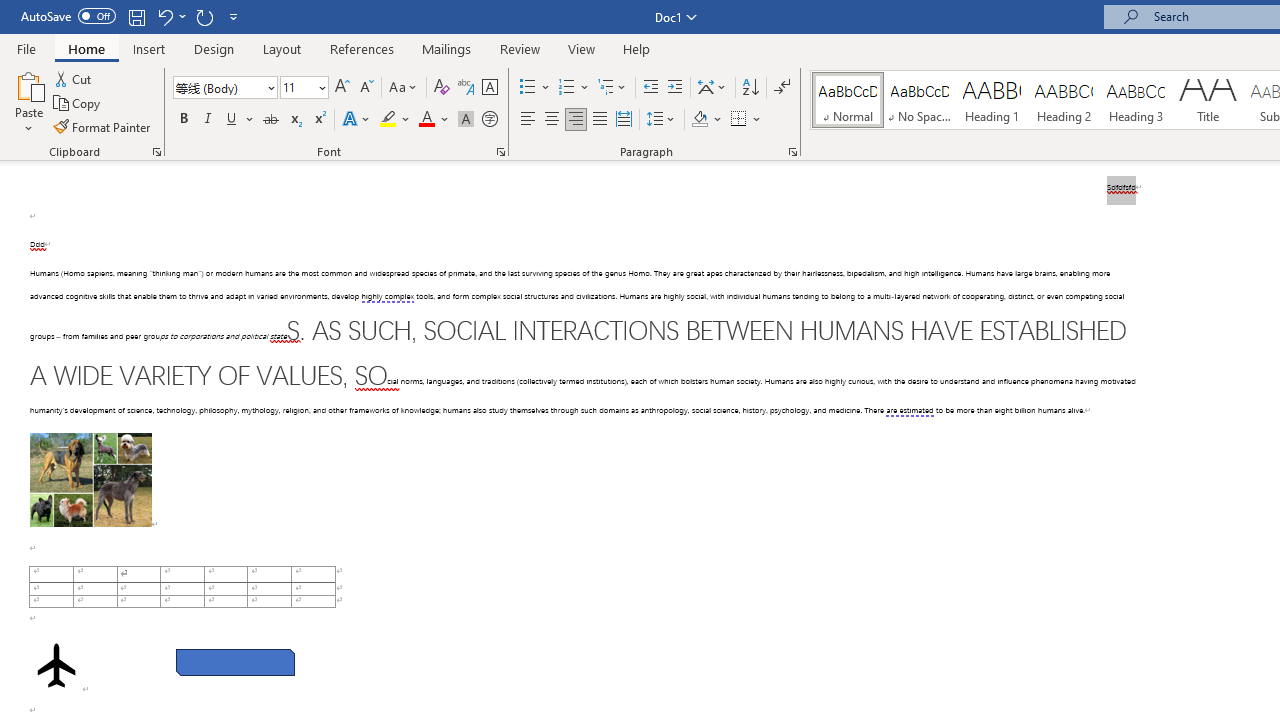 This screenshot has height=720, width=1280. Describe the element at coordinates (102, 127) in the screenshot. I see `'Format Painter'` at that location.